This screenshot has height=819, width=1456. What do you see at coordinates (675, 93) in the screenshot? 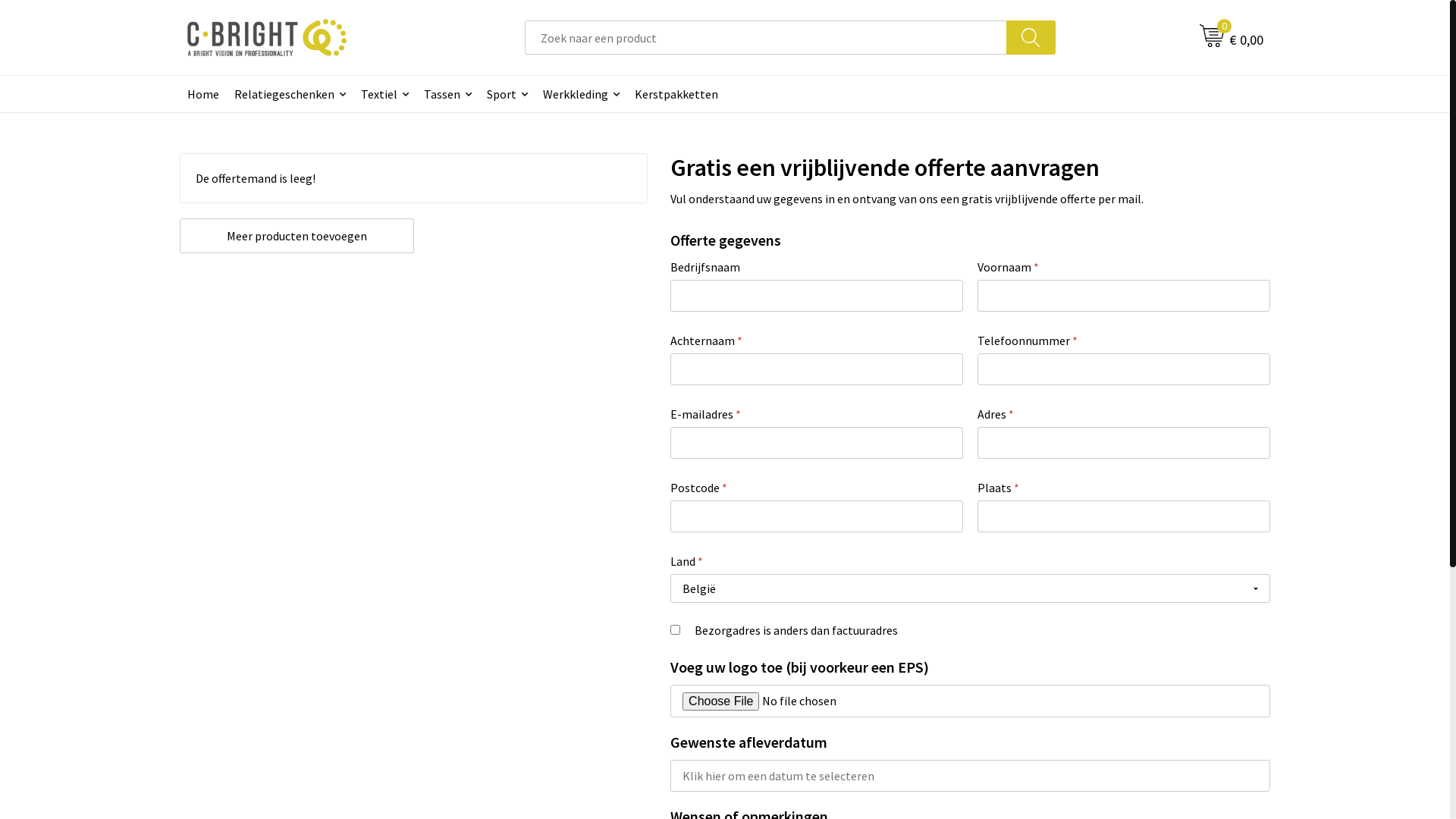
I see `'Kerstpakketten'` at bounding box center [675, 93].